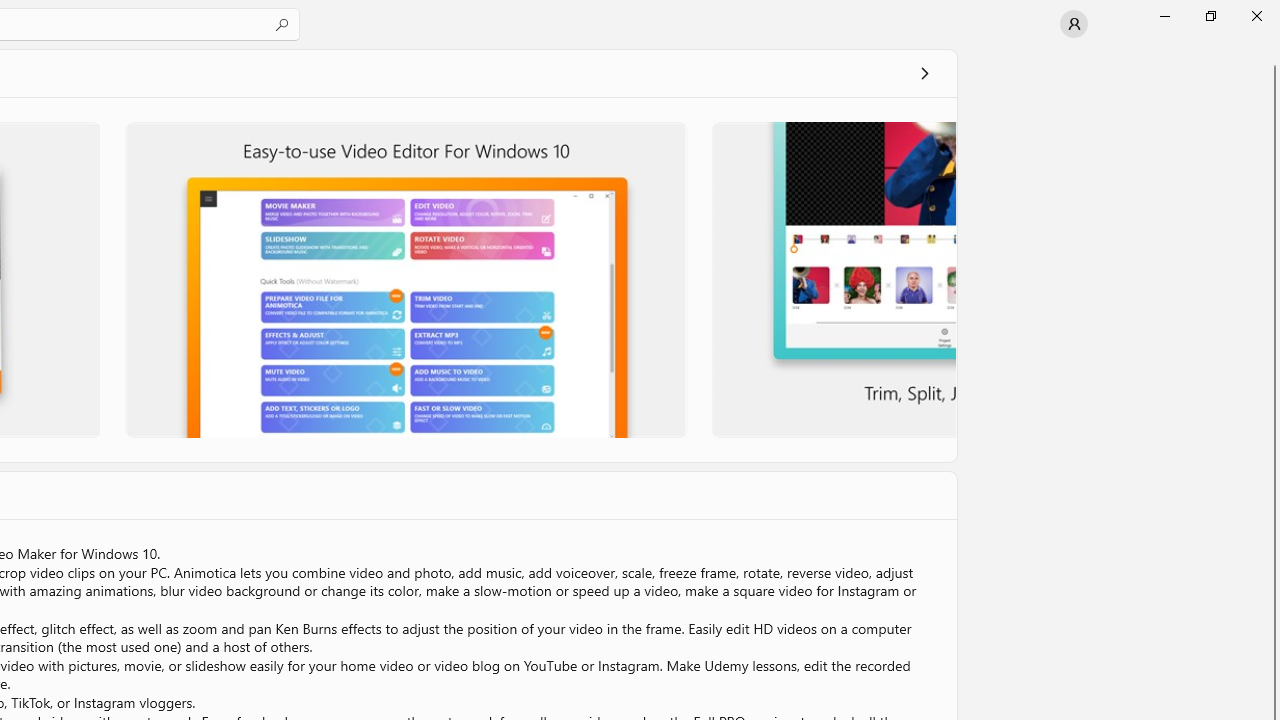 Image resolution: width=1280 pixels, height=720 pixels. What do you see at coordinates (832, 279) in the screenshot?
I see `'Trim, Split, Join Video and Photo in Animotica'` at bounding box center [832, 279].